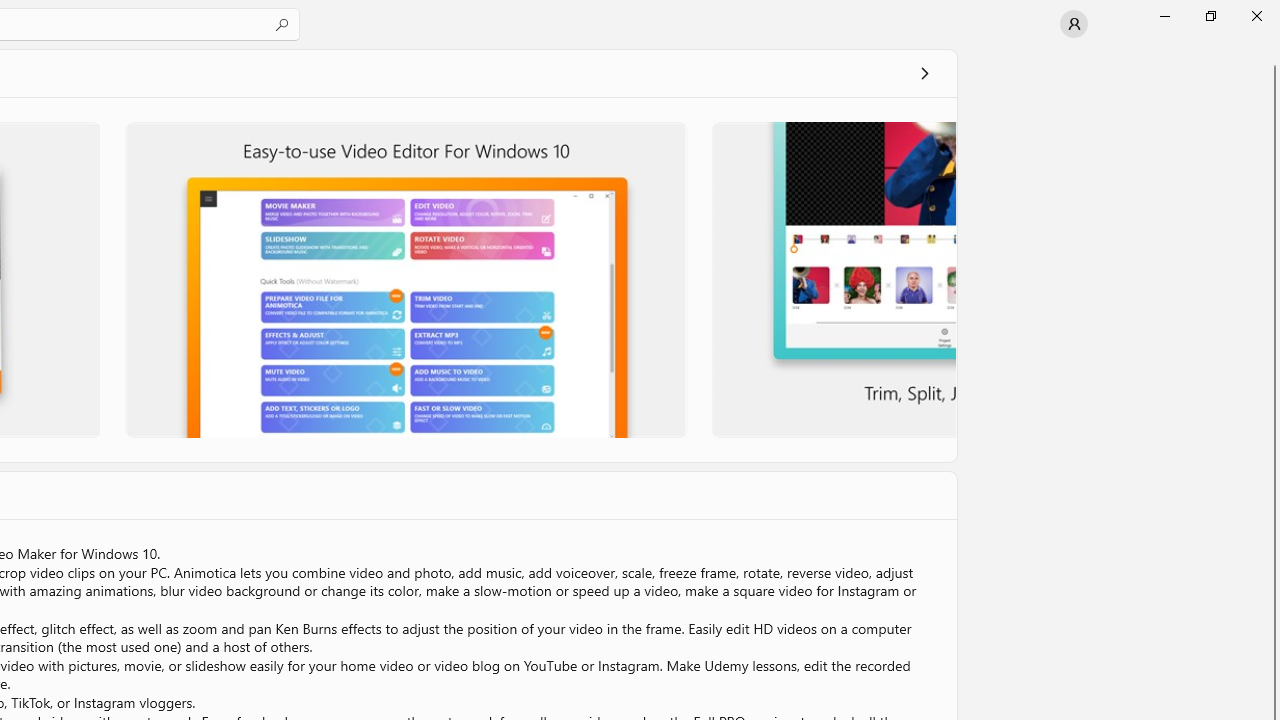 Image resolution: width=1280 pixels, height=720 pixels. What do you see at coordinates (832, 279) in the screenshot?
I see `'Trim, Split, Join Video and Photo in Animotica'` at bounding box center [832, 279].